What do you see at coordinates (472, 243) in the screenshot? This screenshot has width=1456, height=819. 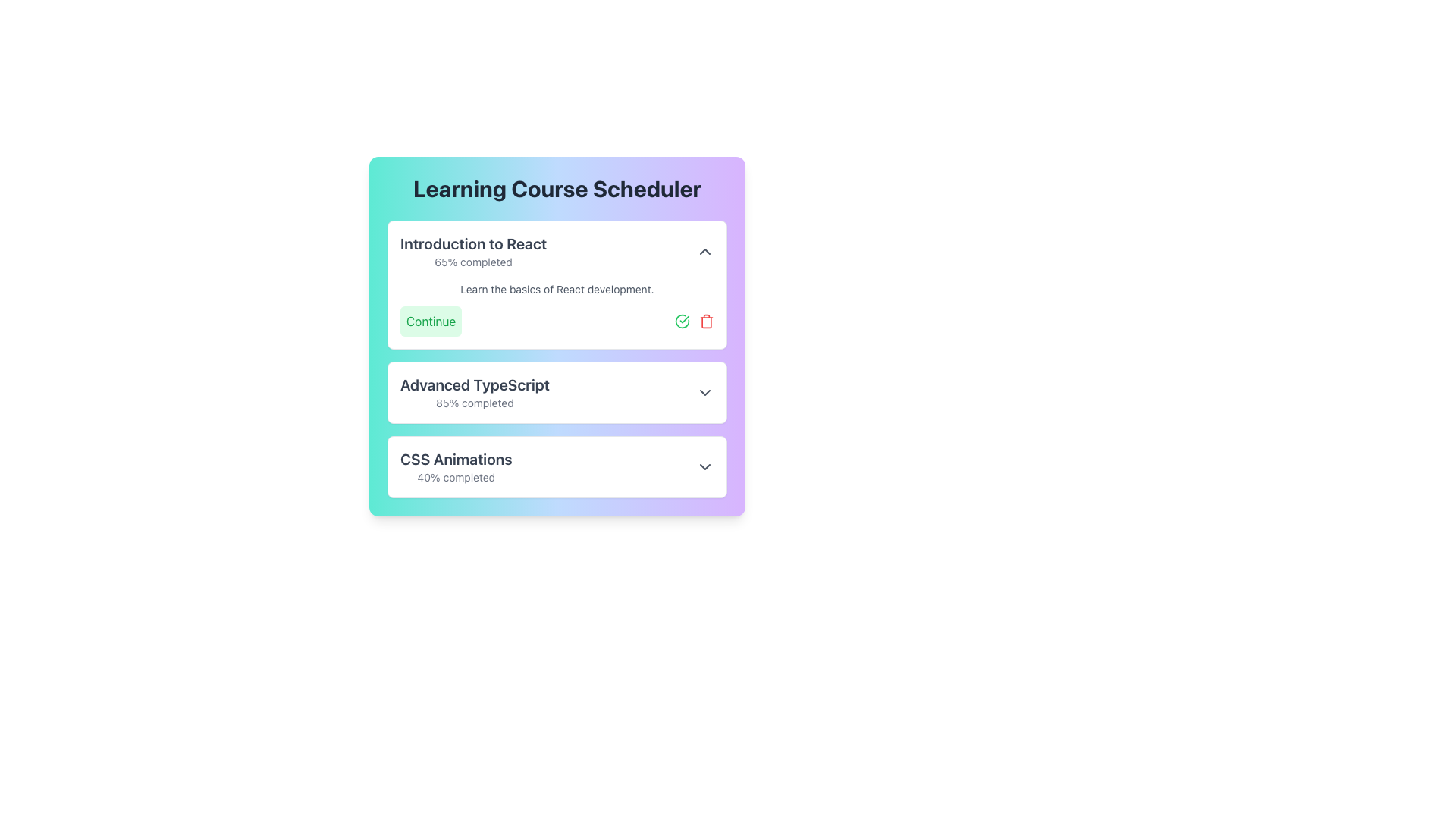 I see `the text label displaying 'Introduction to React', which is styled in bold, dark gray, and located at the top of the 'Learning Course Scheduler' card section` at bounding box center [472, 243].